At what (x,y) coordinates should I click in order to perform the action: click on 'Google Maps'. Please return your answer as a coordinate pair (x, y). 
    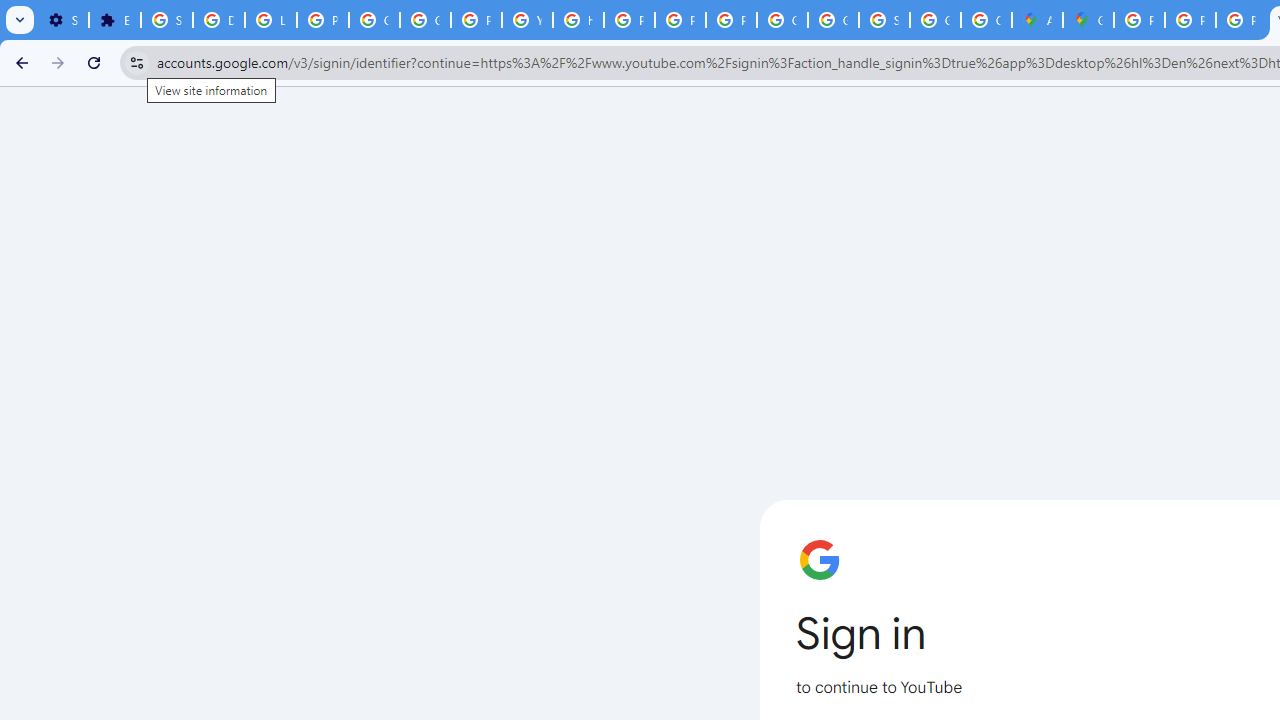
    Looking at the image, I should click on (1087, 20).